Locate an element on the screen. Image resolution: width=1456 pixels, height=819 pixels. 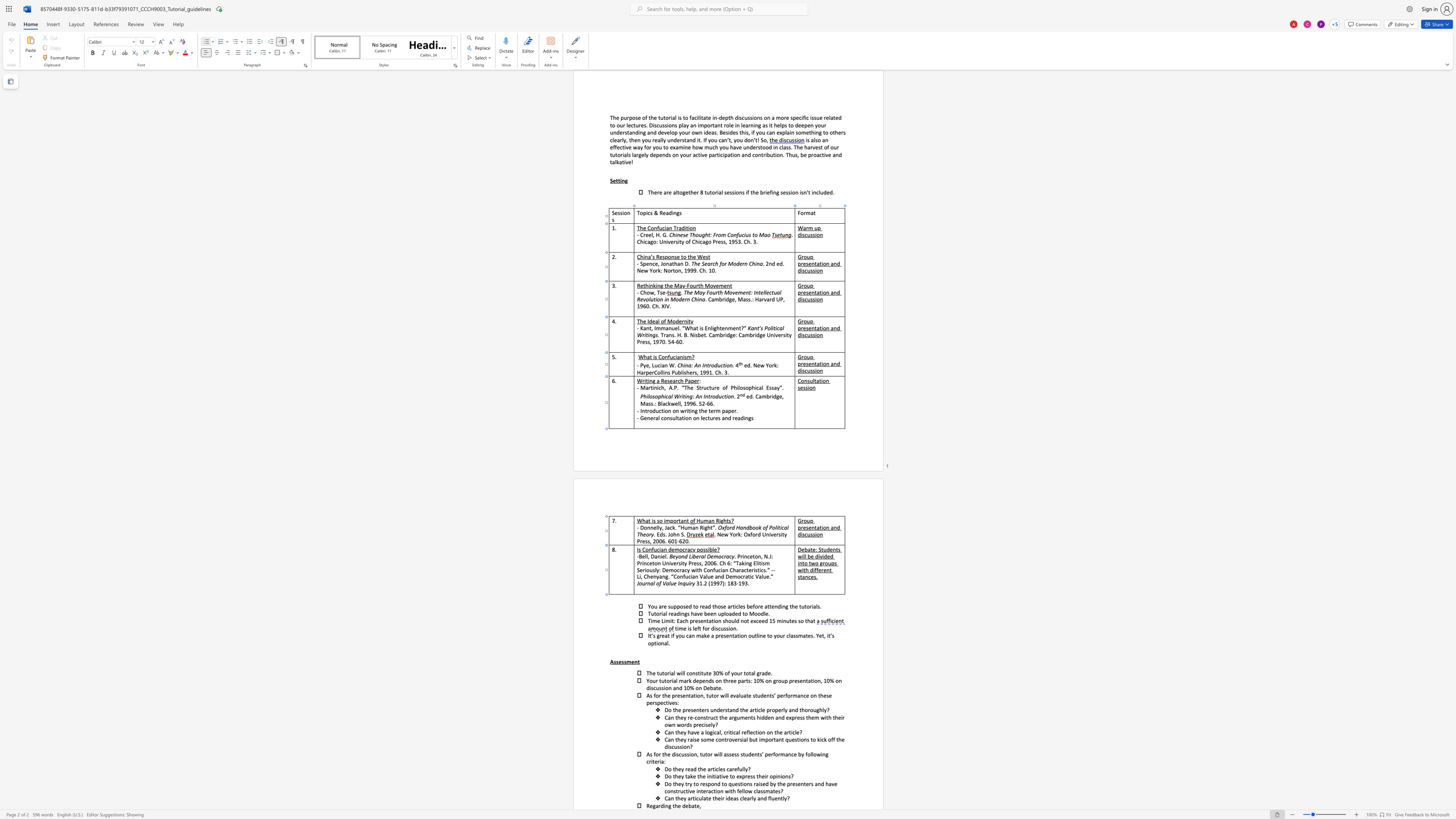
the space between the continuous character "e" and "b" in the text is located at coordinates (688, 805).